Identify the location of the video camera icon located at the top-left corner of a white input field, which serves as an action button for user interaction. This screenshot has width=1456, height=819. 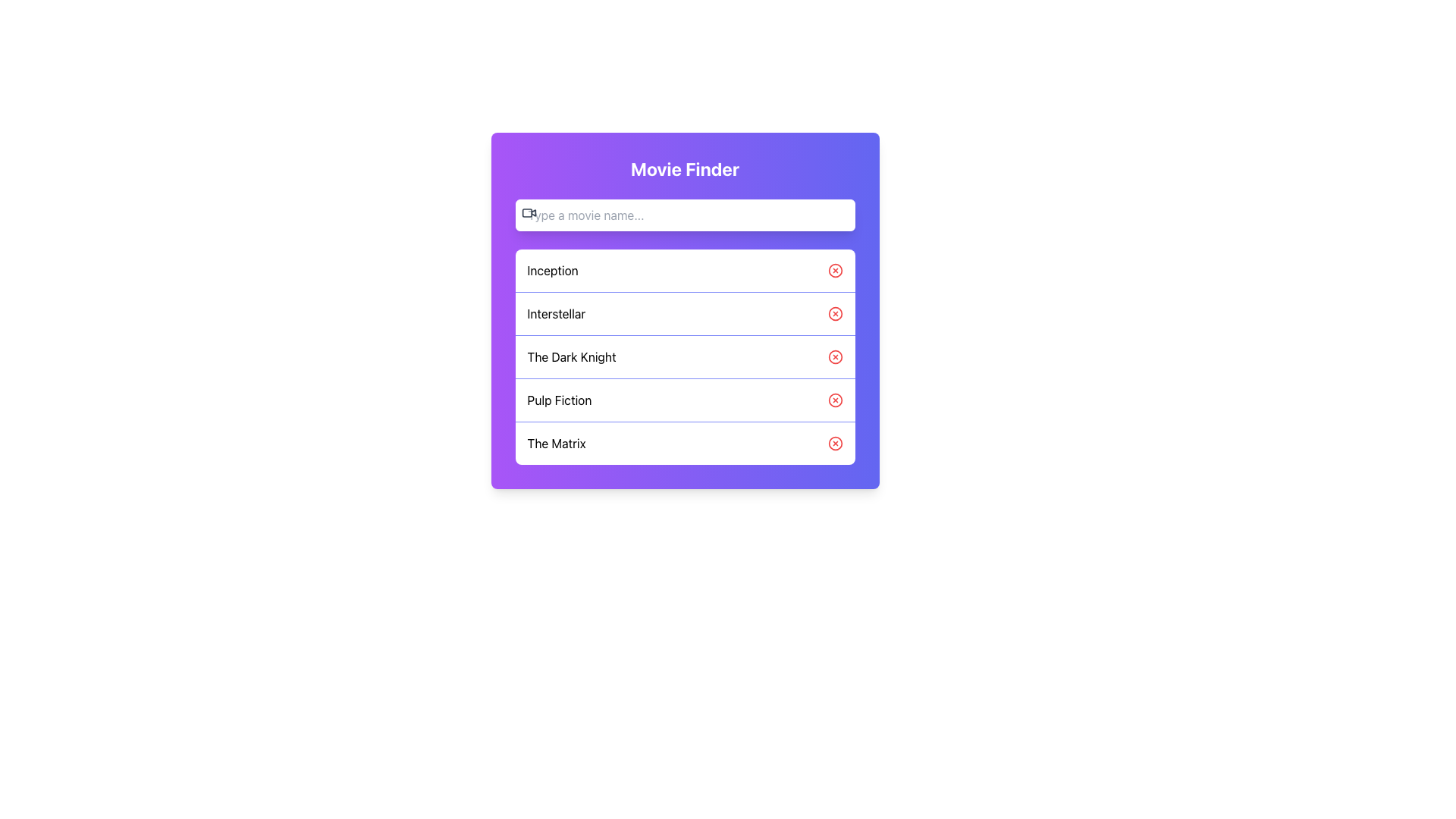
(529, 213).